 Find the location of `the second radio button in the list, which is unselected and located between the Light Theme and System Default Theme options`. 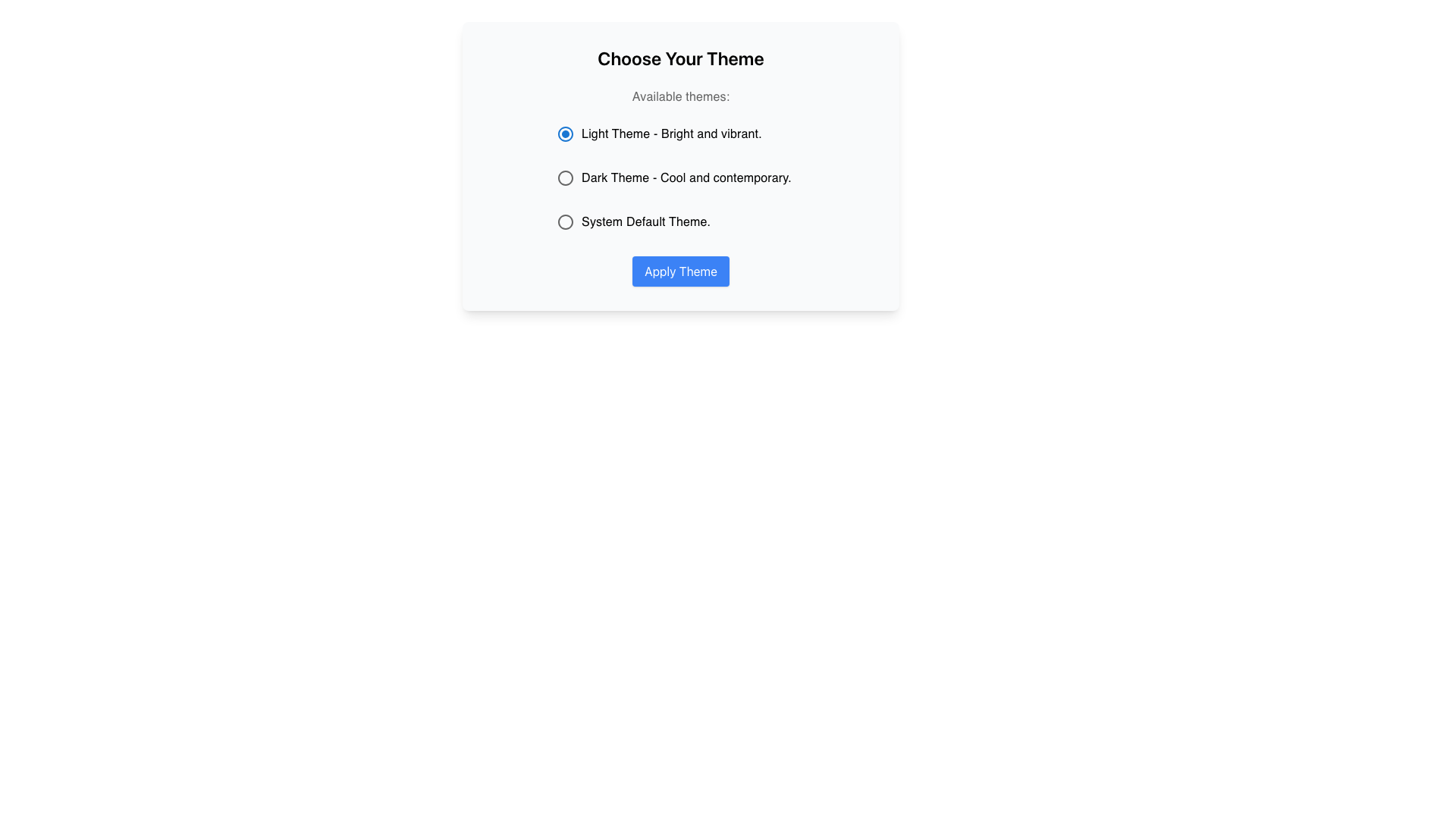

the second radio button in the list, which is unselected and located between the Light Theme and System Default Theme options is located at coordinates (565, 177).